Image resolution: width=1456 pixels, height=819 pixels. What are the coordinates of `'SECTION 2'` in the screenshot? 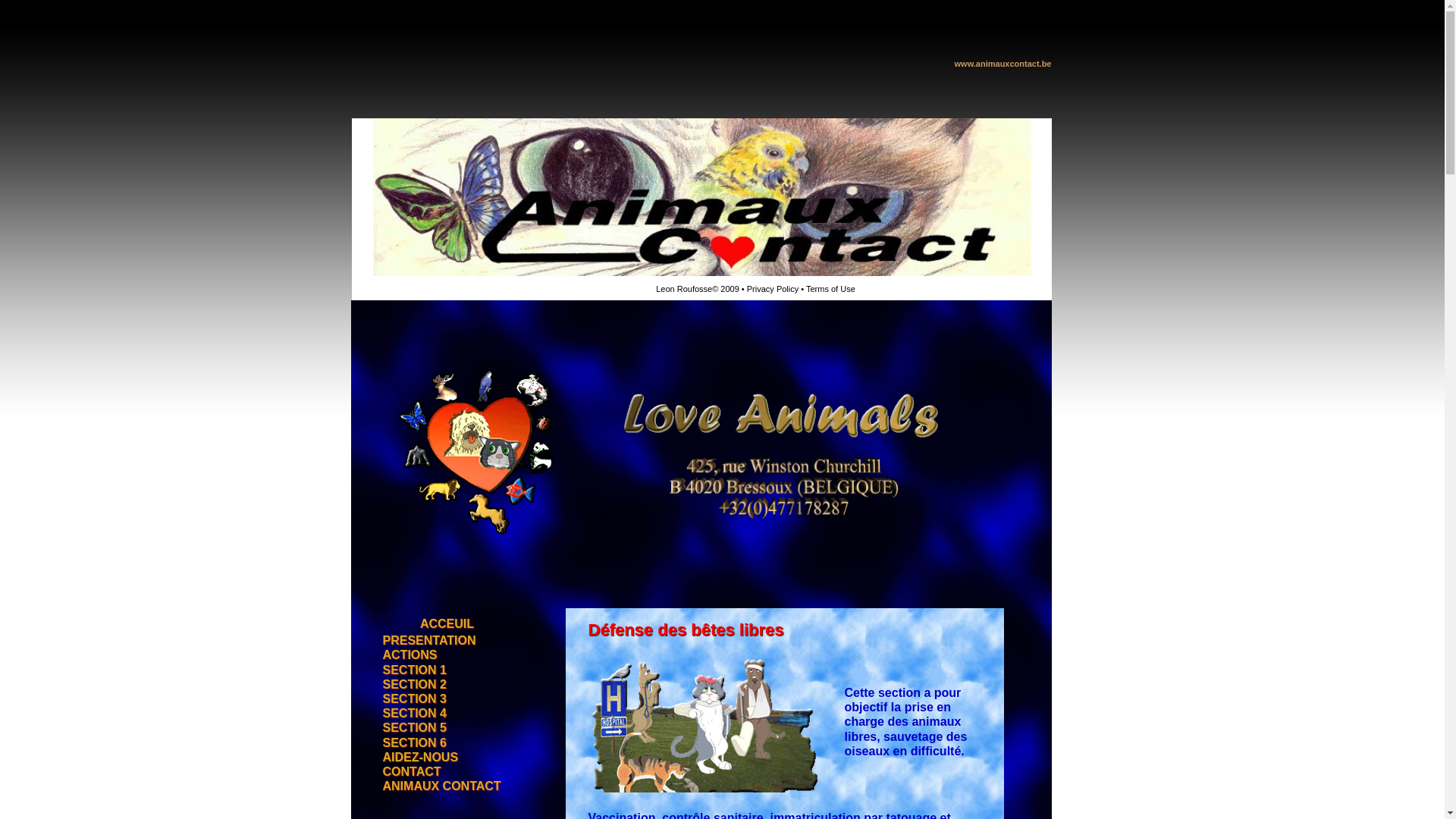 It's located at (414, 685).